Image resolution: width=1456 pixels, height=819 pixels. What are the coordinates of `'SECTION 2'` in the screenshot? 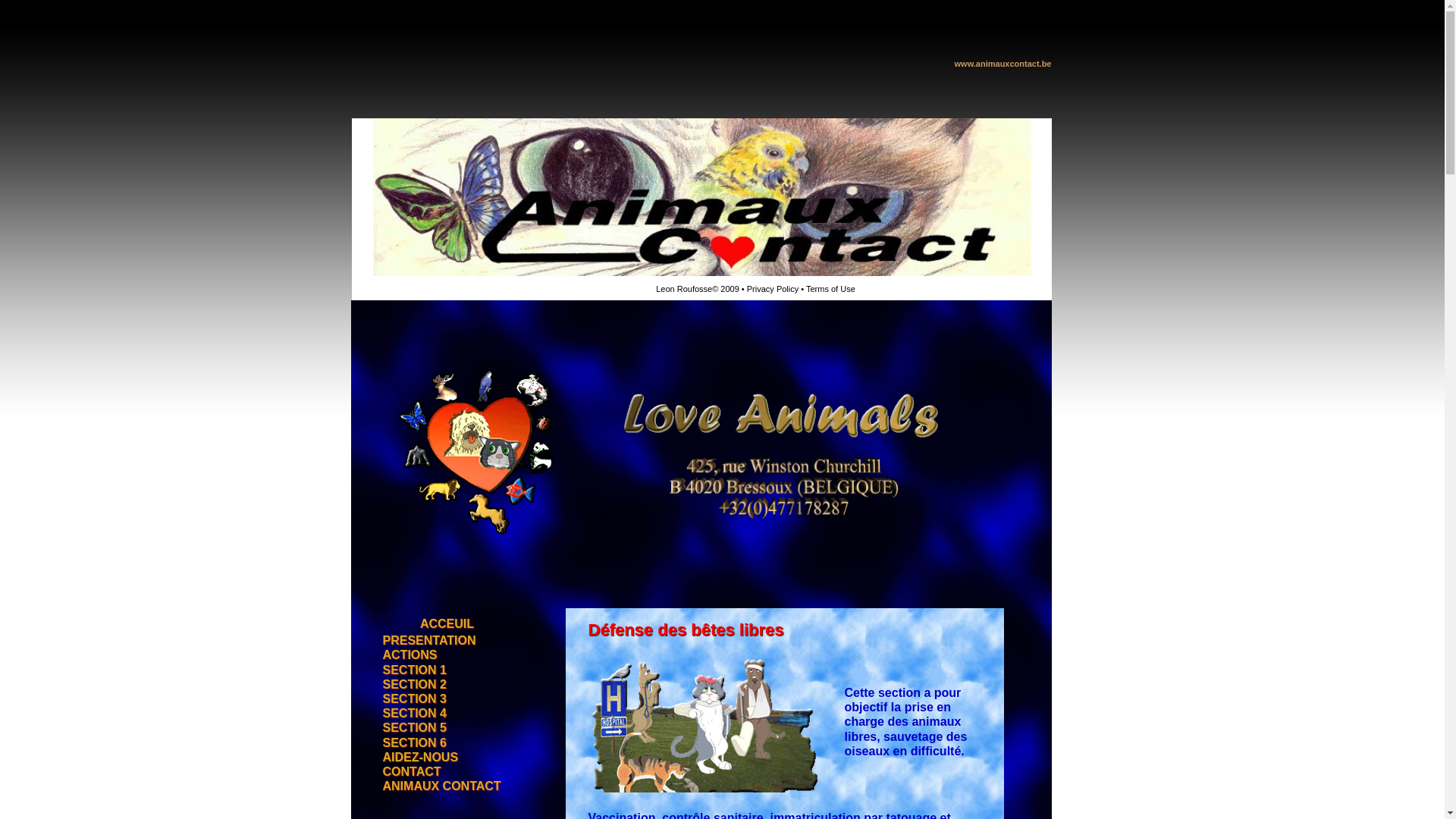 It's located at (414, 685).